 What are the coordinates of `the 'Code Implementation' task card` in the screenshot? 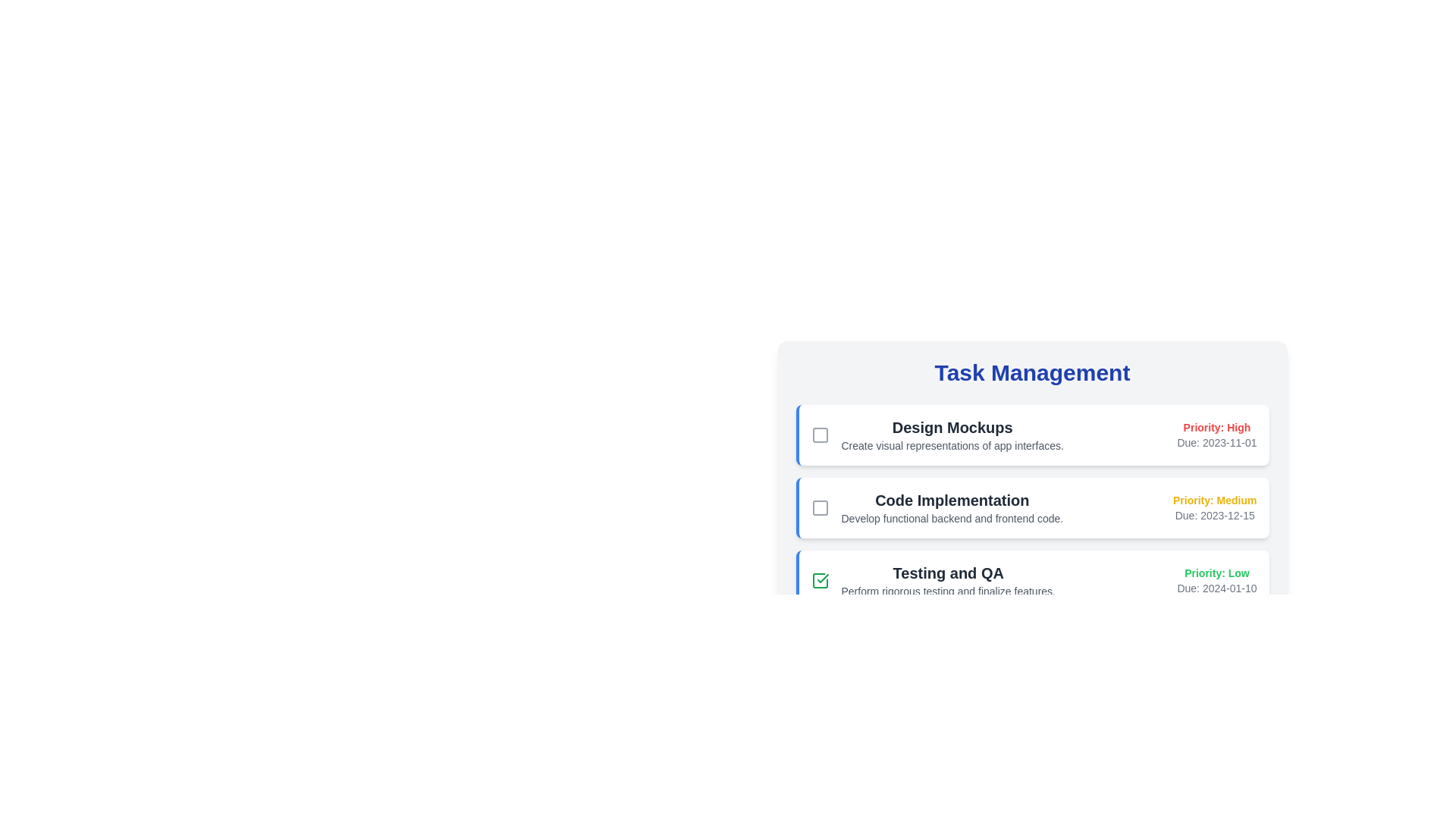 It's located at (1031, 508).